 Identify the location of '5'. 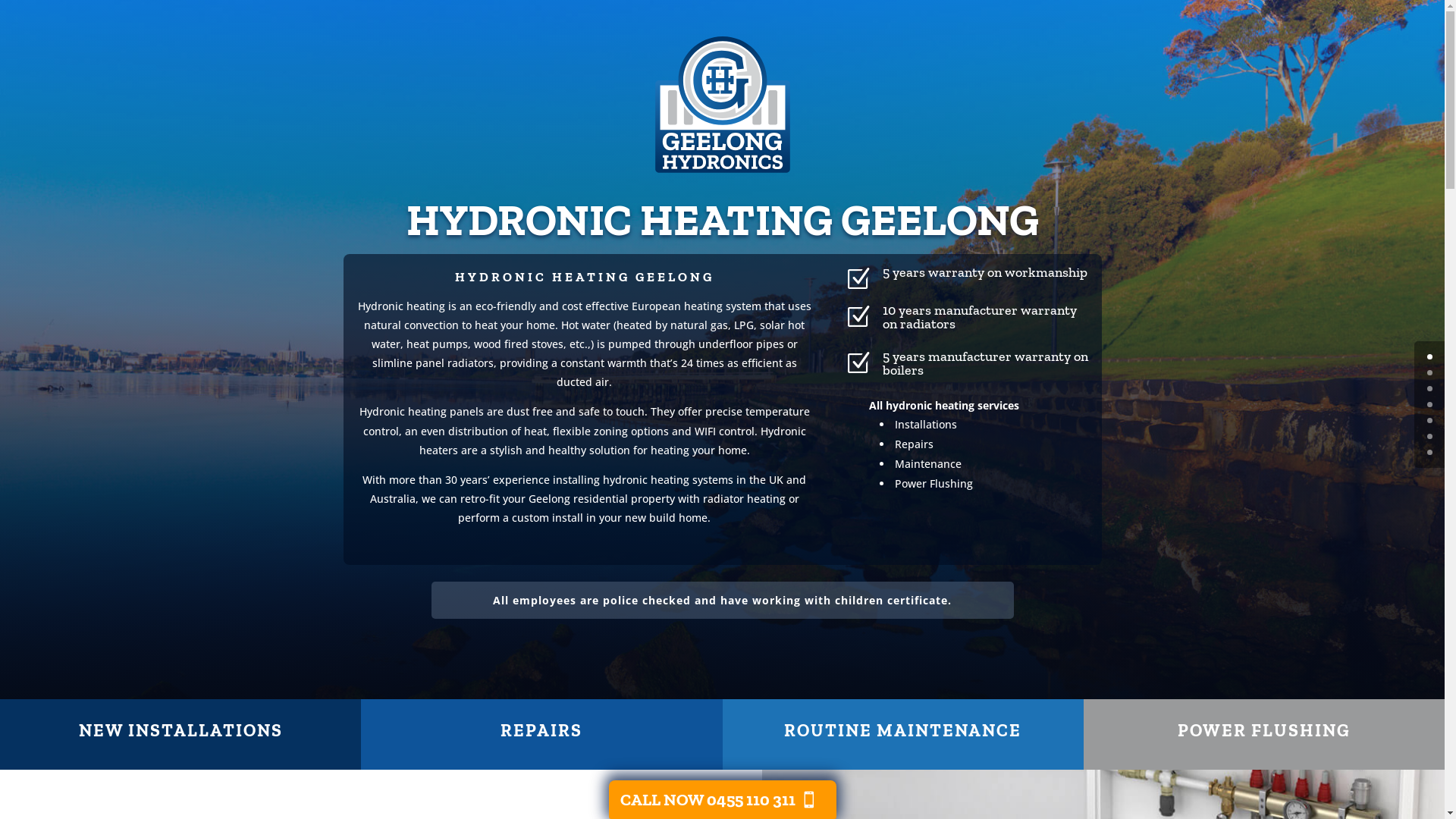
(1429, 436).